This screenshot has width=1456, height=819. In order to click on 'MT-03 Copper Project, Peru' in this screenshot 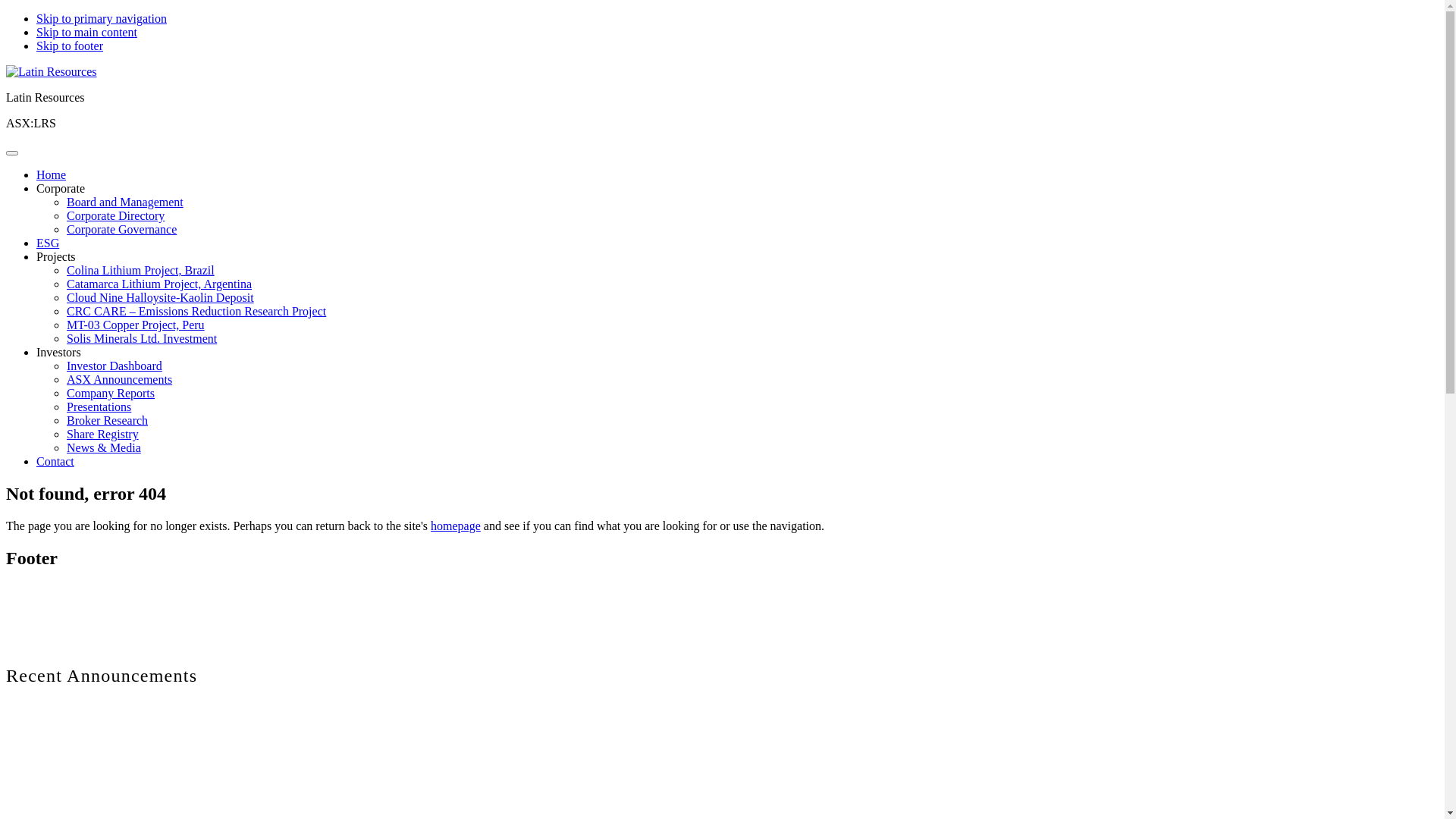, I will do `click(135, 324)`.